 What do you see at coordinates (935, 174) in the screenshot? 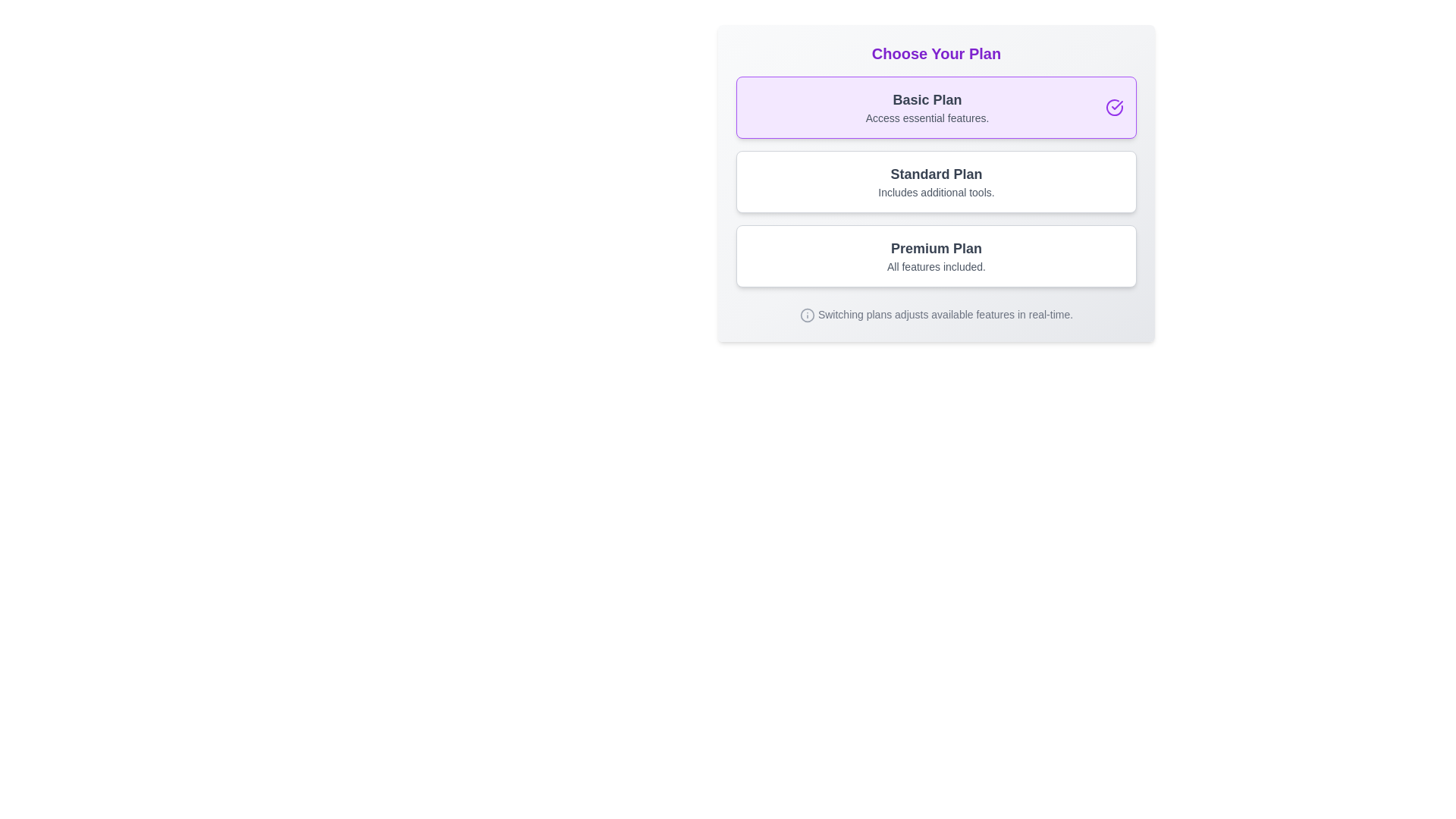
I see `the 'Standard Plan' label, which displays the text in bold and medium-large dark gray font, located centrally on the second plan option card` at bounding box center [935, 174].